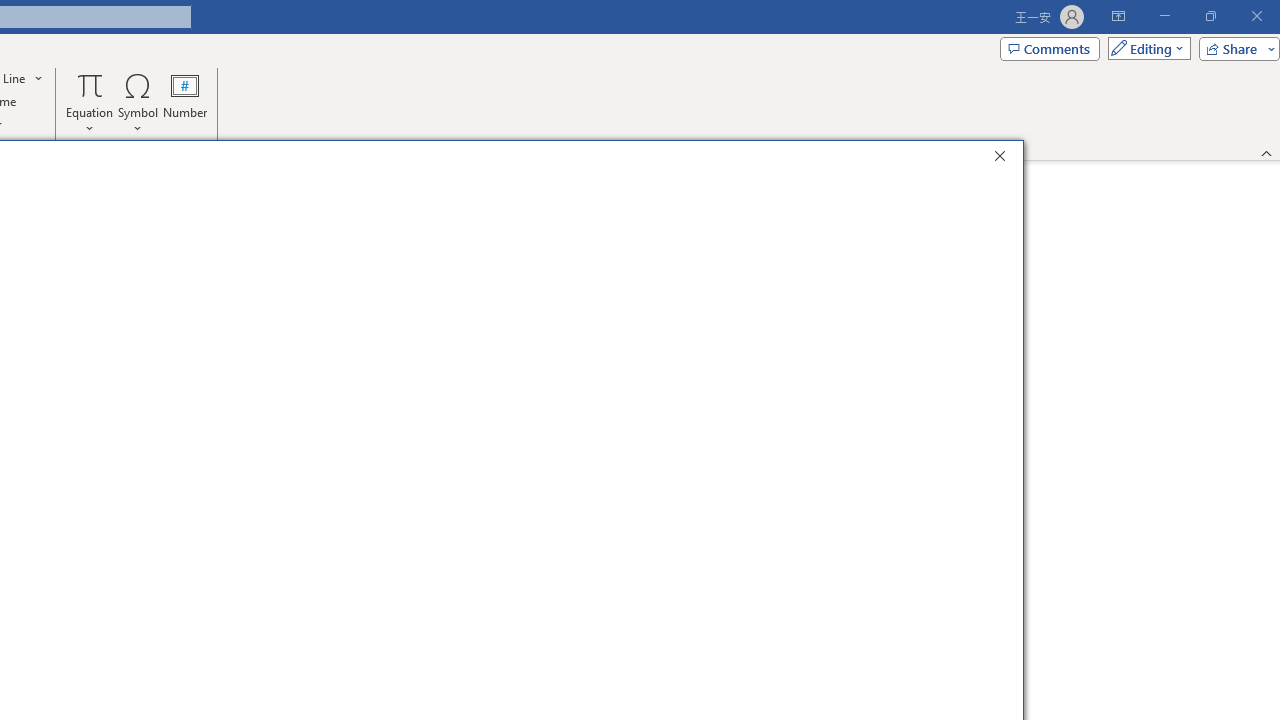 Image resolution: width=1280 pixels, height=720 pixels. I want to click on 'Editing', so click(1144, 47).